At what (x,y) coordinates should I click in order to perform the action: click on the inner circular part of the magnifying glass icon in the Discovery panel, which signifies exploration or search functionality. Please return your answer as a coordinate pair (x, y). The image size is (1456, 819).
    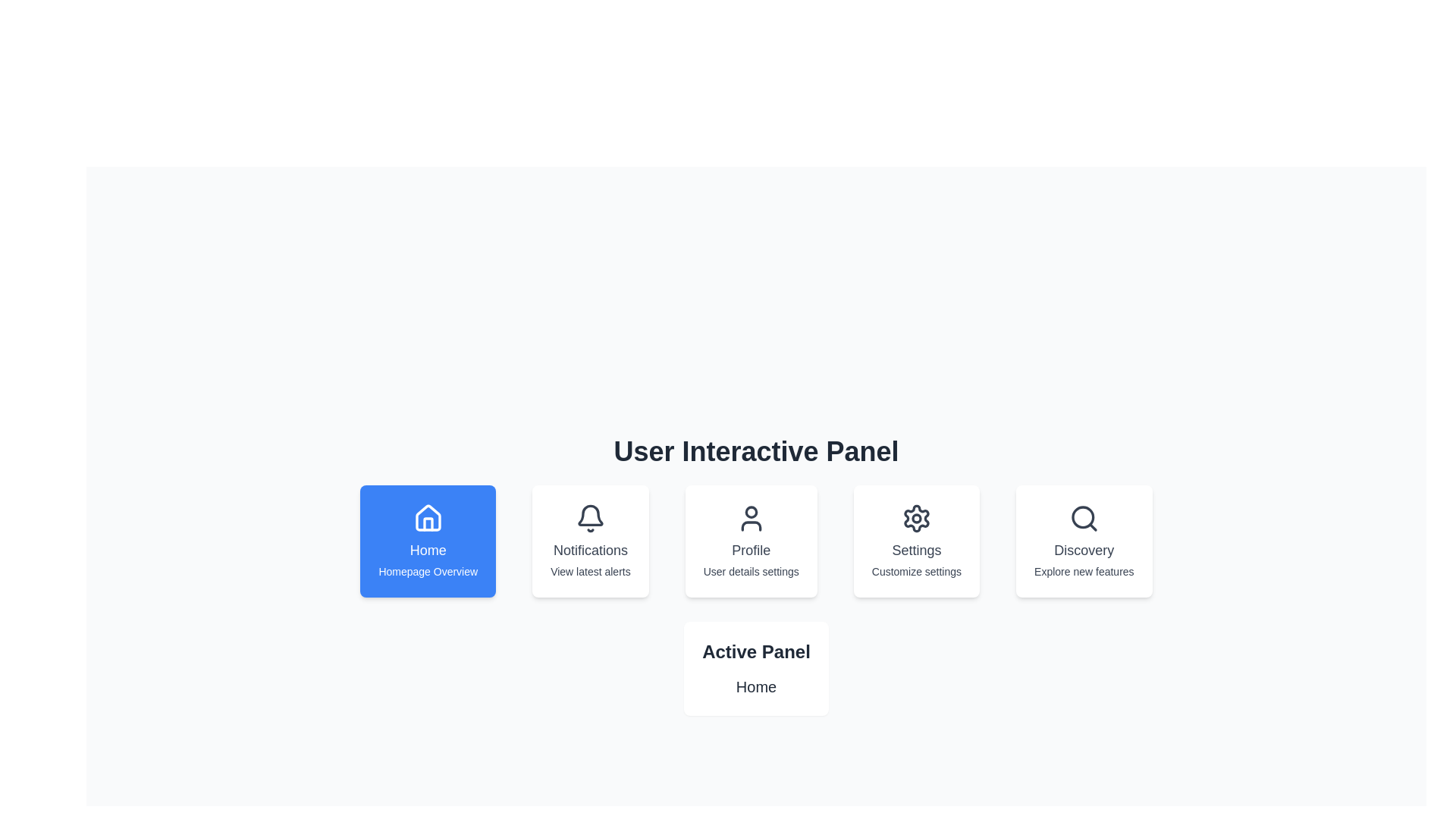
    Looking at the image, I should click on (1082, 516).